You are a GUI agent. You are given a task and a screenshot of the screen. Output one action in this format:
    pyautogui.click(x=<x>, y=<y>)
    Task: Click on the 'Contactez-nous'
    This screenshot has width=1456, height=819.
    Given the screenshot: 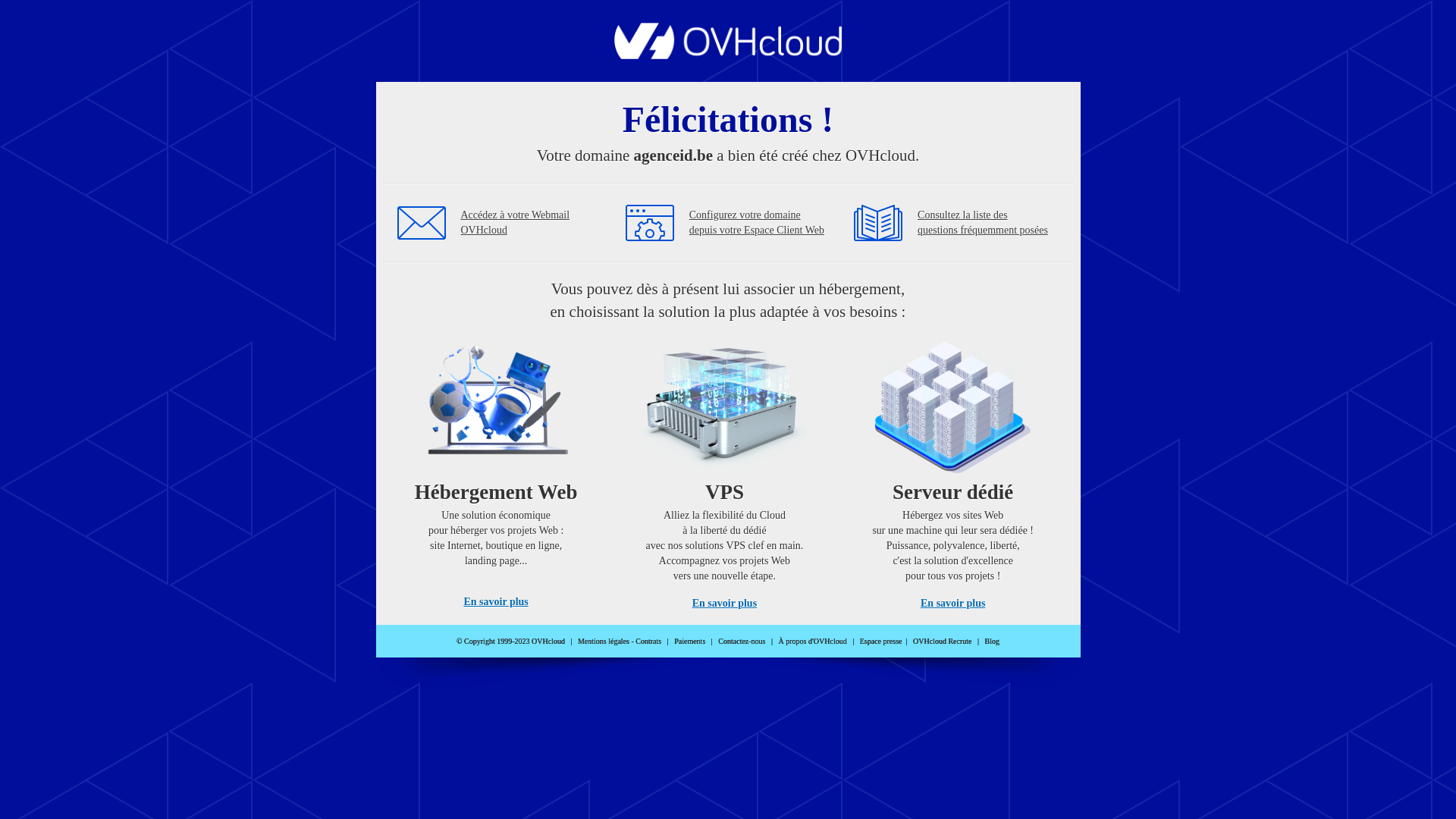 What is the action you would take?
    pyautogui.click(x=742, y=641)
    